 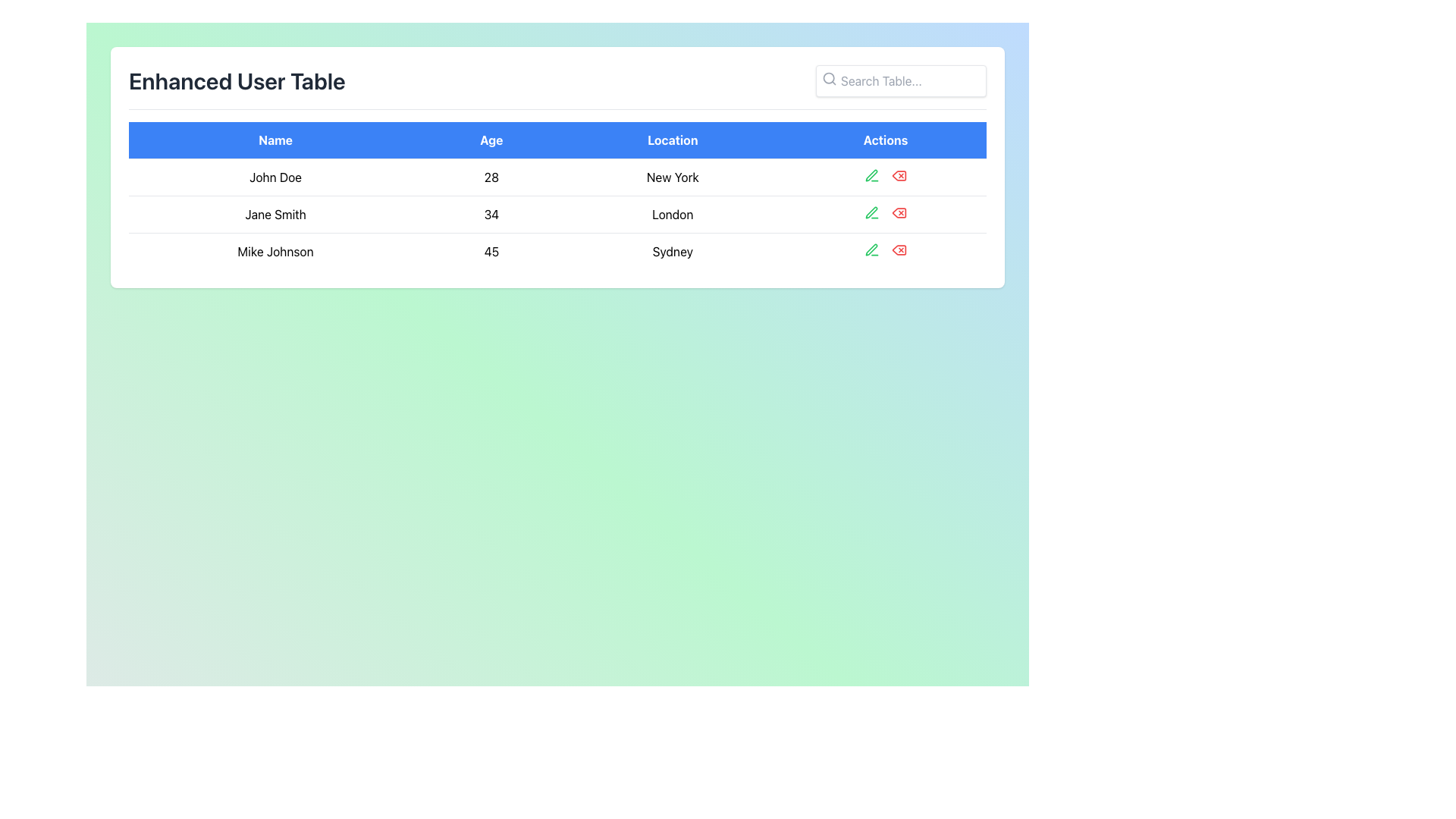 What do you see at coordinates (872, 213) in the screenshot?
I see `the green pencil icon button located in the 'Actions' column of the row for 'London'` at bounding box center [872, 213].